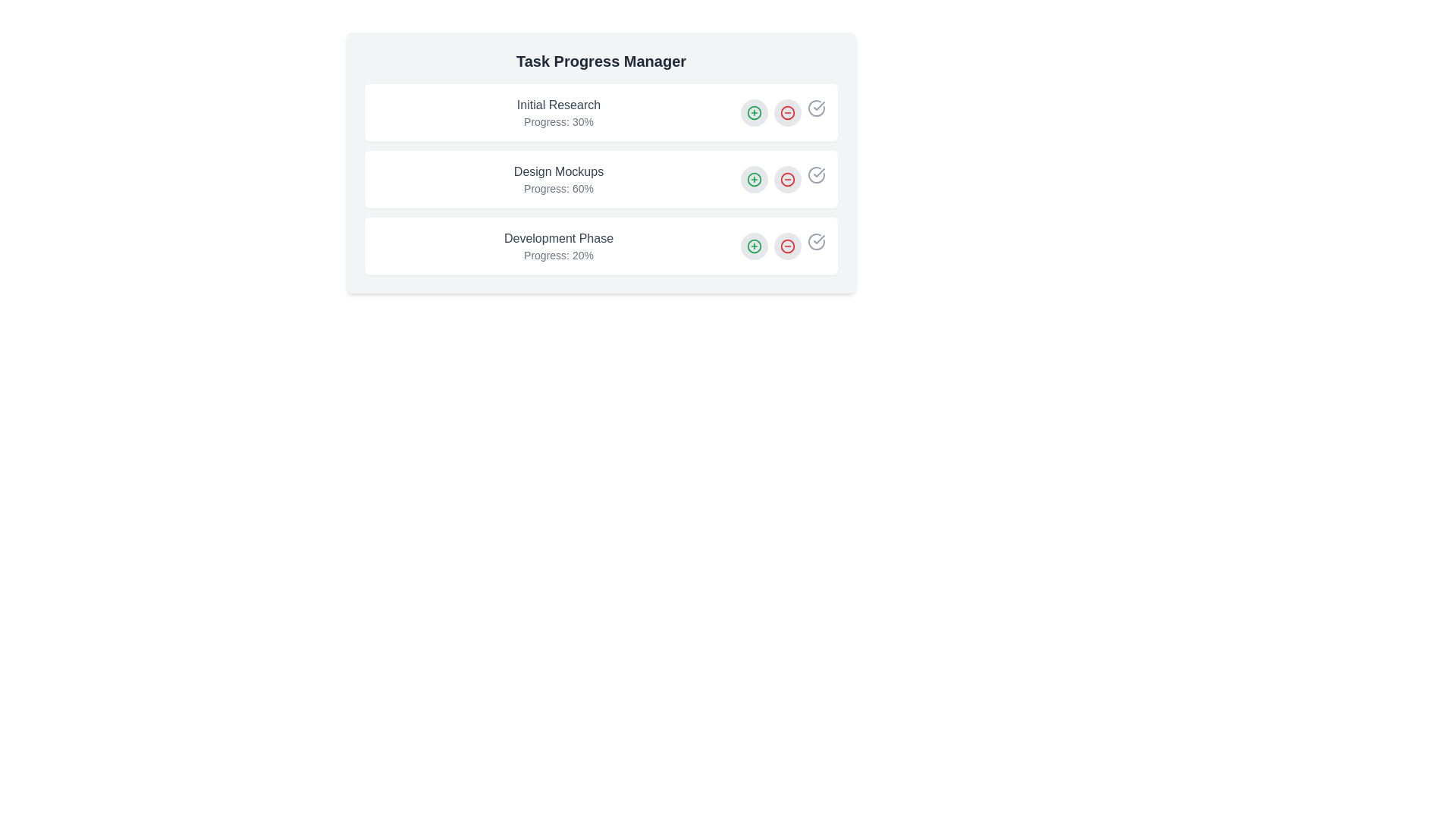  I want to click on the circular delete button located in the second row of the task management list labeled 'Design Mockups', so click(787, 112).